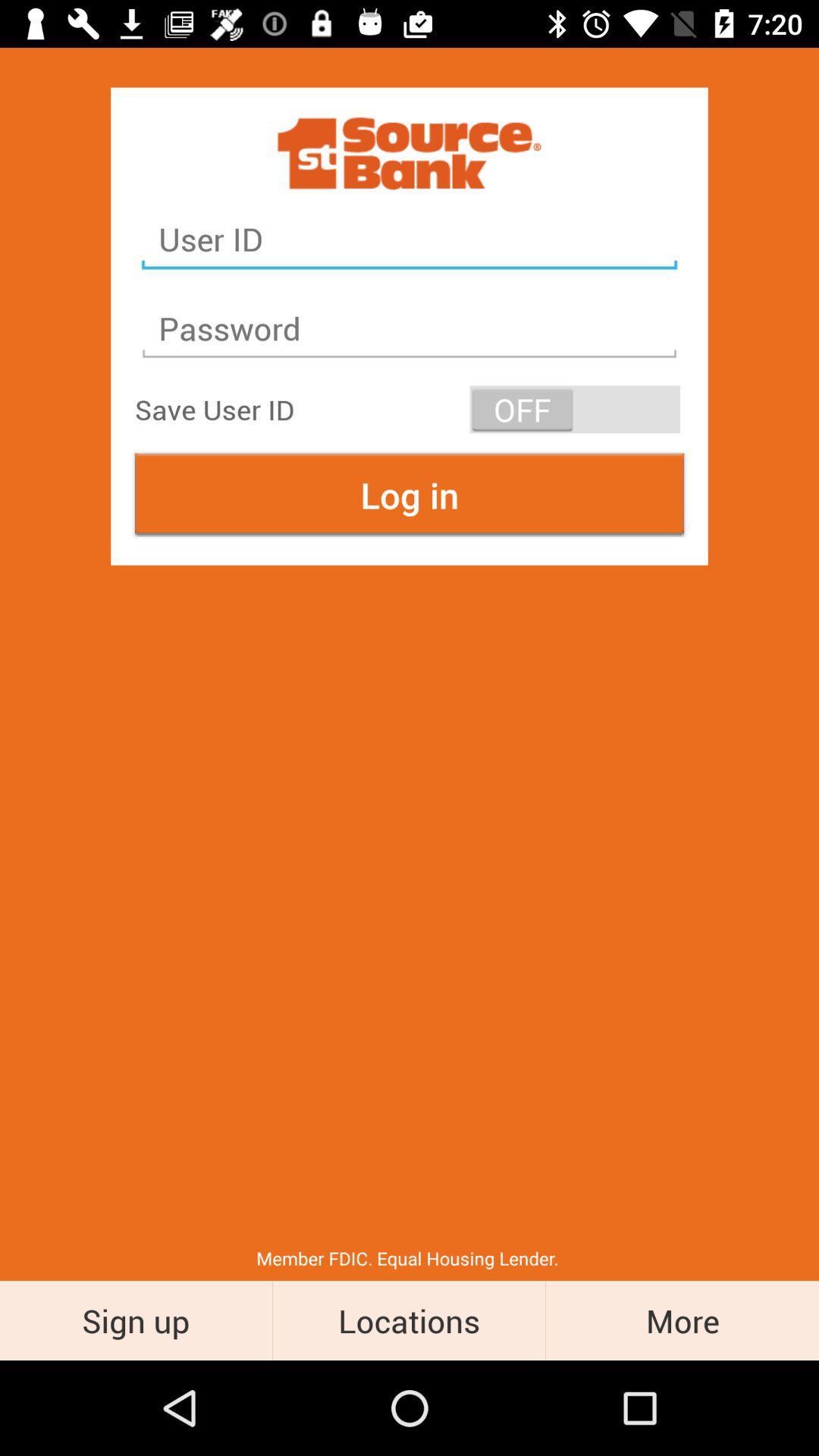 This screenshot has height=1456, width=819. Describe the element at coordinates (408, 1319) in the screenshot. I see `the locations item` at that location.